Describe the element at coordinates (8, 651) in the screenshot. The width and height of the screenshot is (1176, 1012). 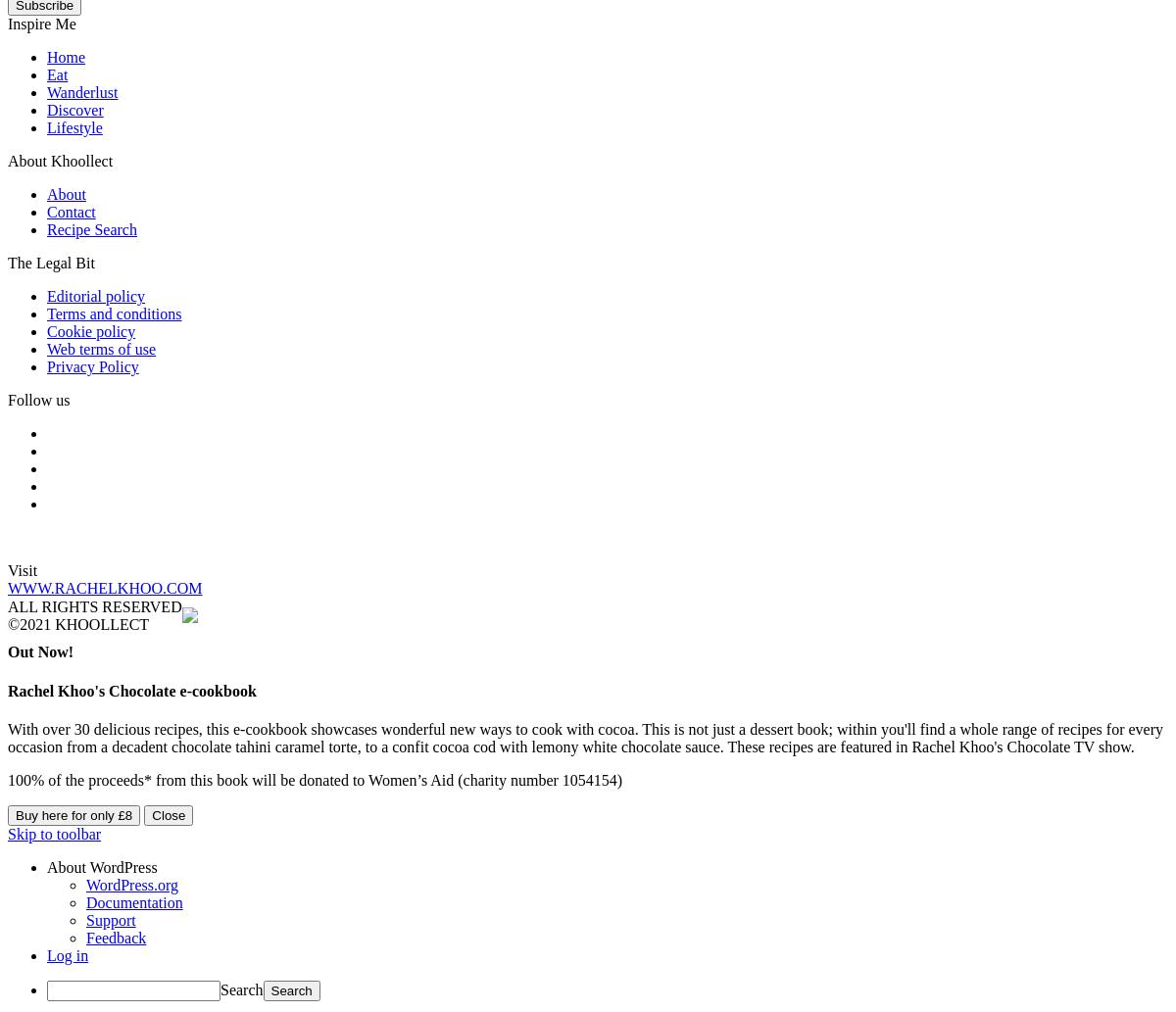
I see `'Out Now!'` at that location.